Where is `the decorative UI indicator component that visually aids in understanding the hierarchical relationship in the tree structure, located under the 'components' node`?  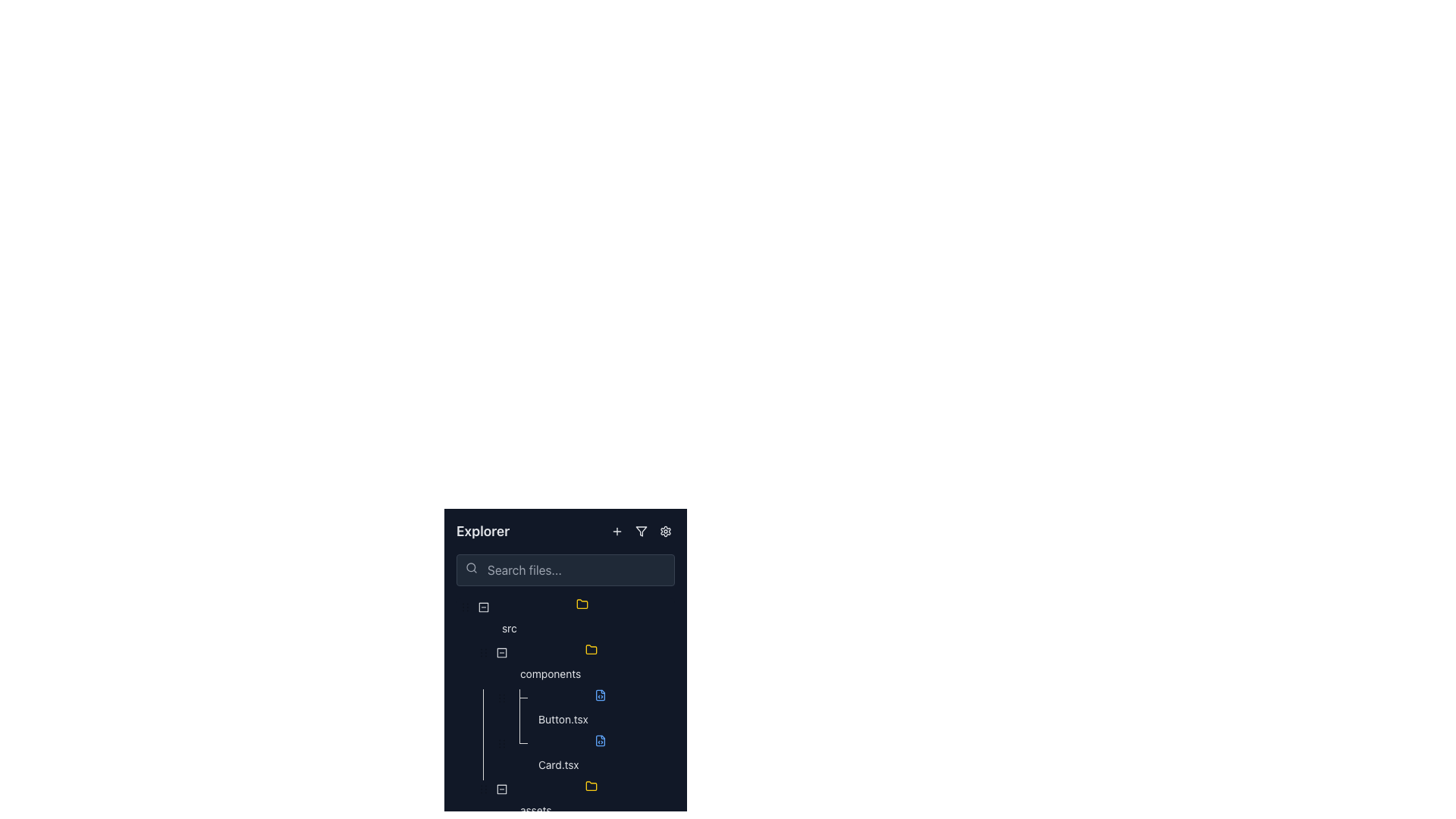
the decorative UI indicator component that visually aids in understanding the hierarchical relationship in the tree structure, located under the 'components' node is located at coordinates (465, 755).